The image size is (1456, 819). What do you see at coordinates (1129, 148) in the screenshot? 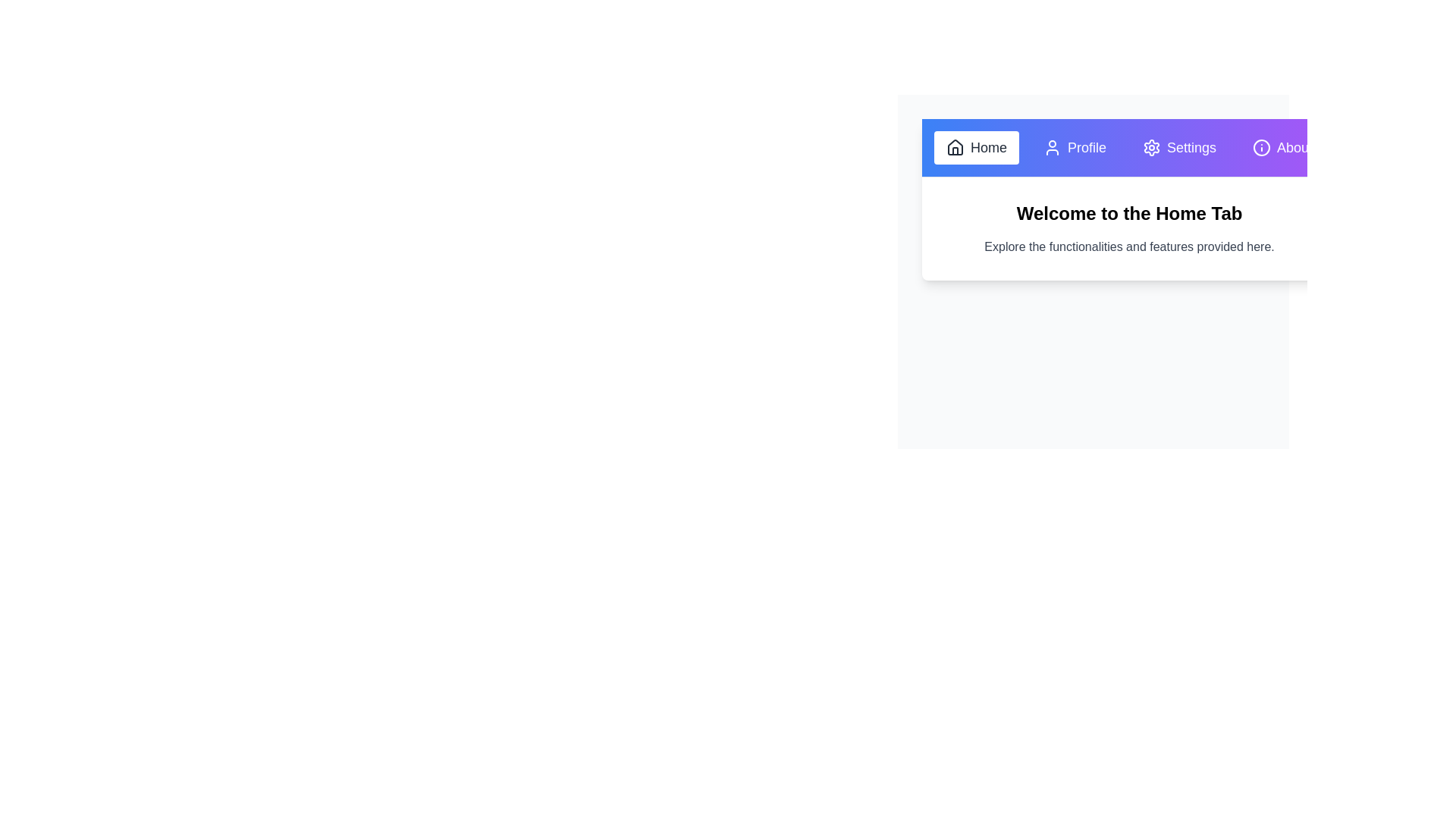
I see `the navigation bar at the center coordinates` at bounding box center [1129, 148].